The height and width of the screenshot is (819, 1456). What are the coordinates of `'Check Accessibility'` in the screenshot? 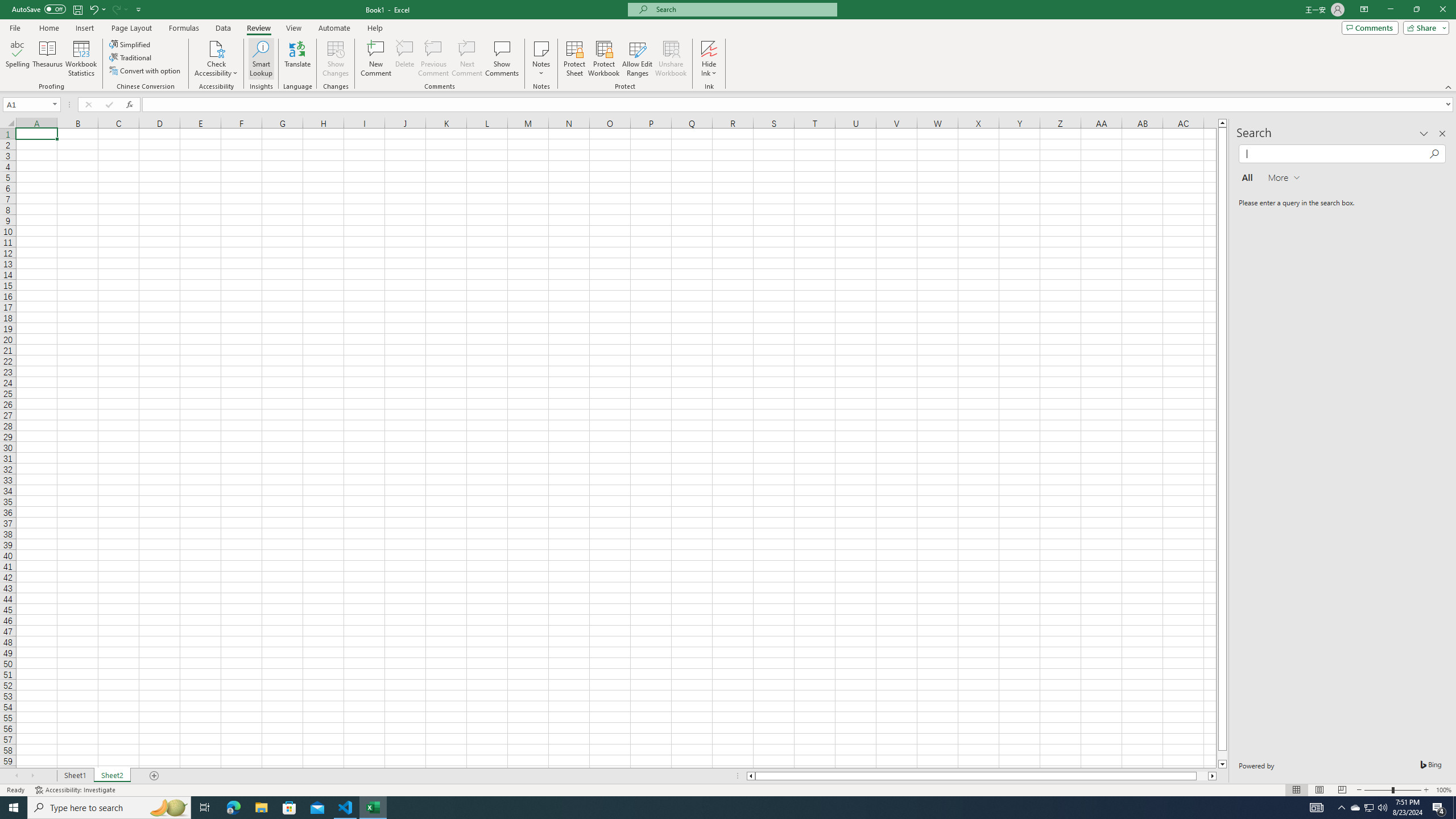 It's located at (216, 59).